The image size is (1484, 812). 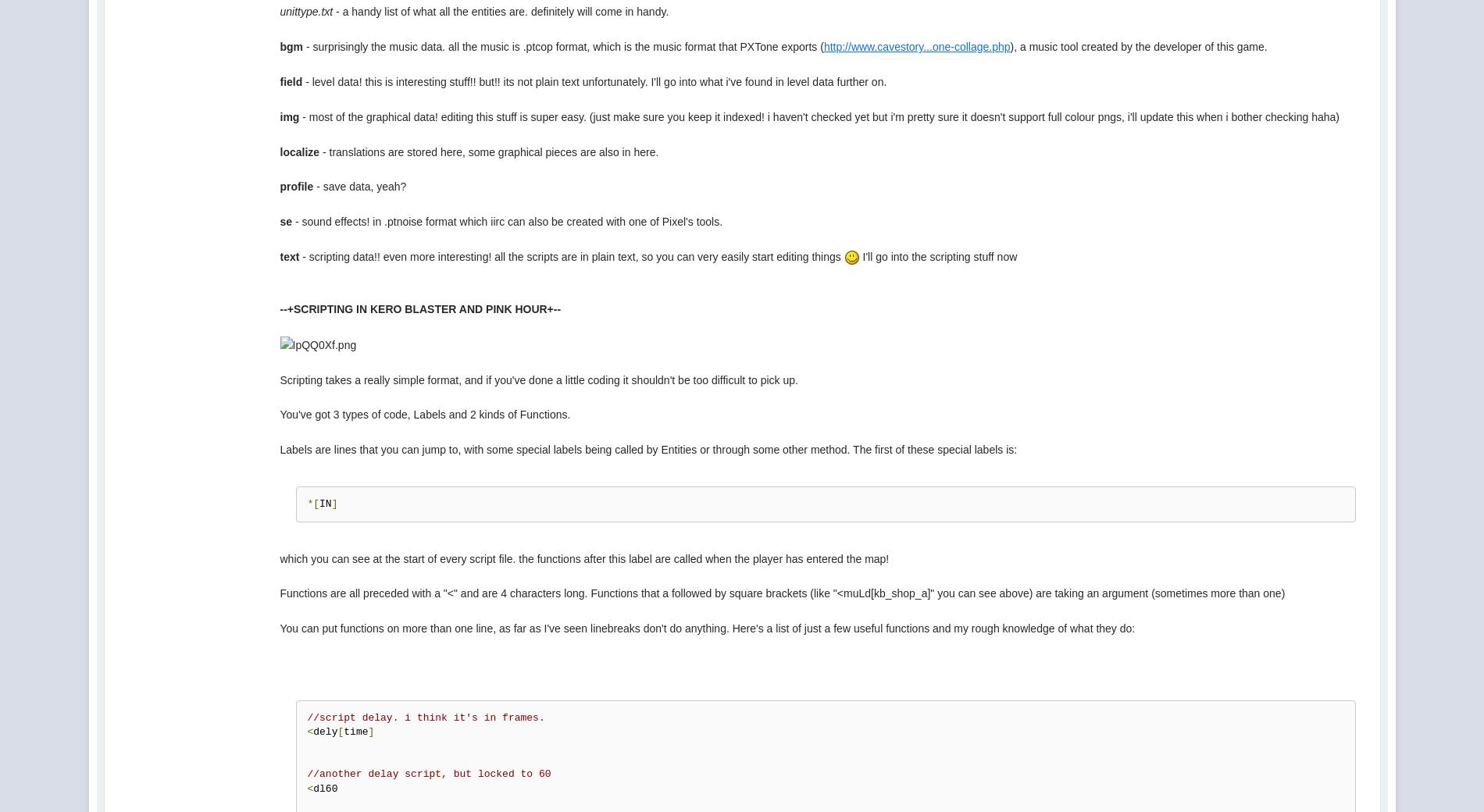 I want to click on '--+SCRIPTING IN KERO BLASTER AND PINK HOUR+--', so click(x=420, y=309).